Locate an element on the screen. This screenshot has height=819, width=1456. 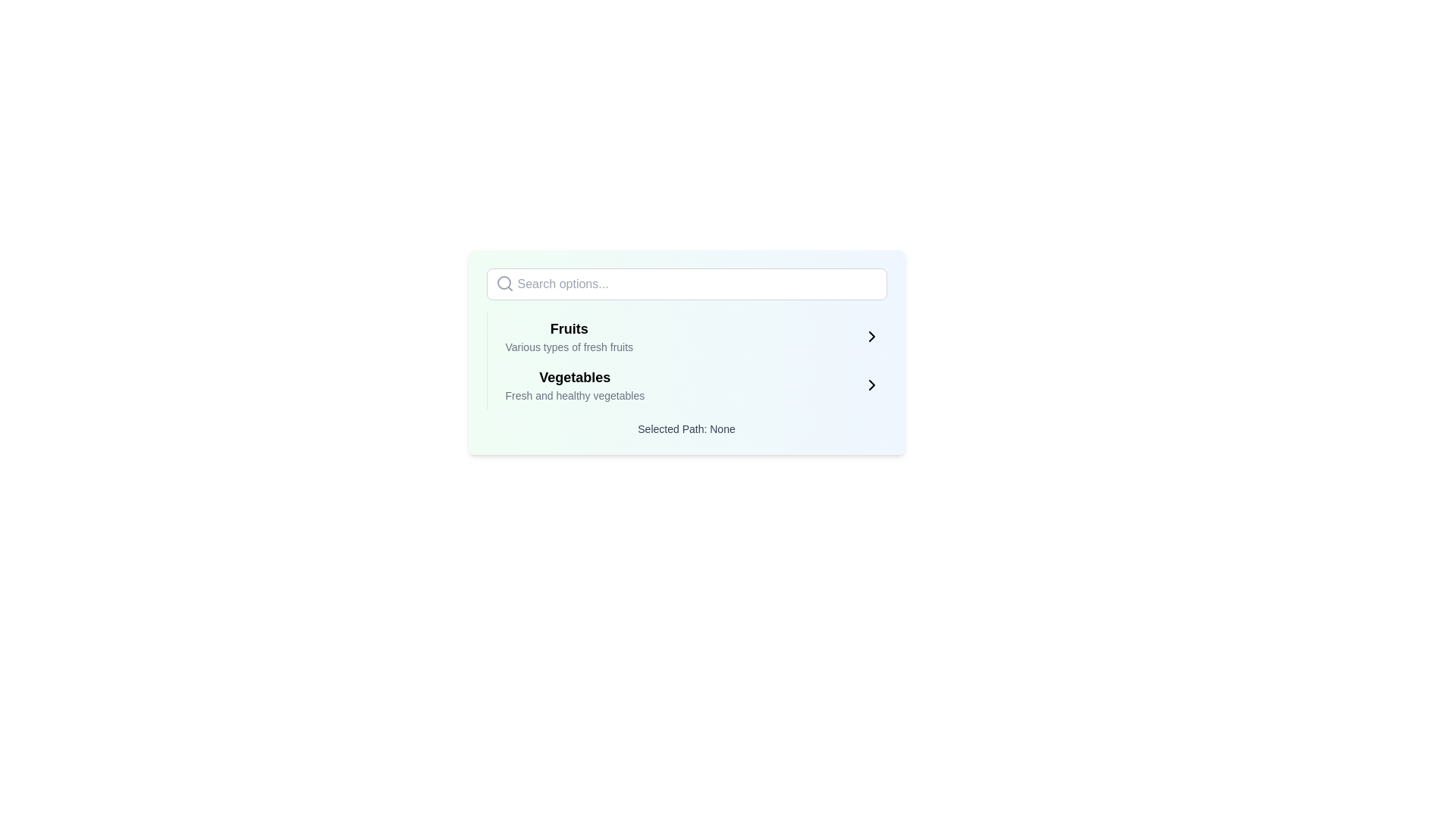
the text label or title that categorizes the content as 'Fruits', which is positioned at the top of the section and above the descriptive text is located at coordinates (568, 328).